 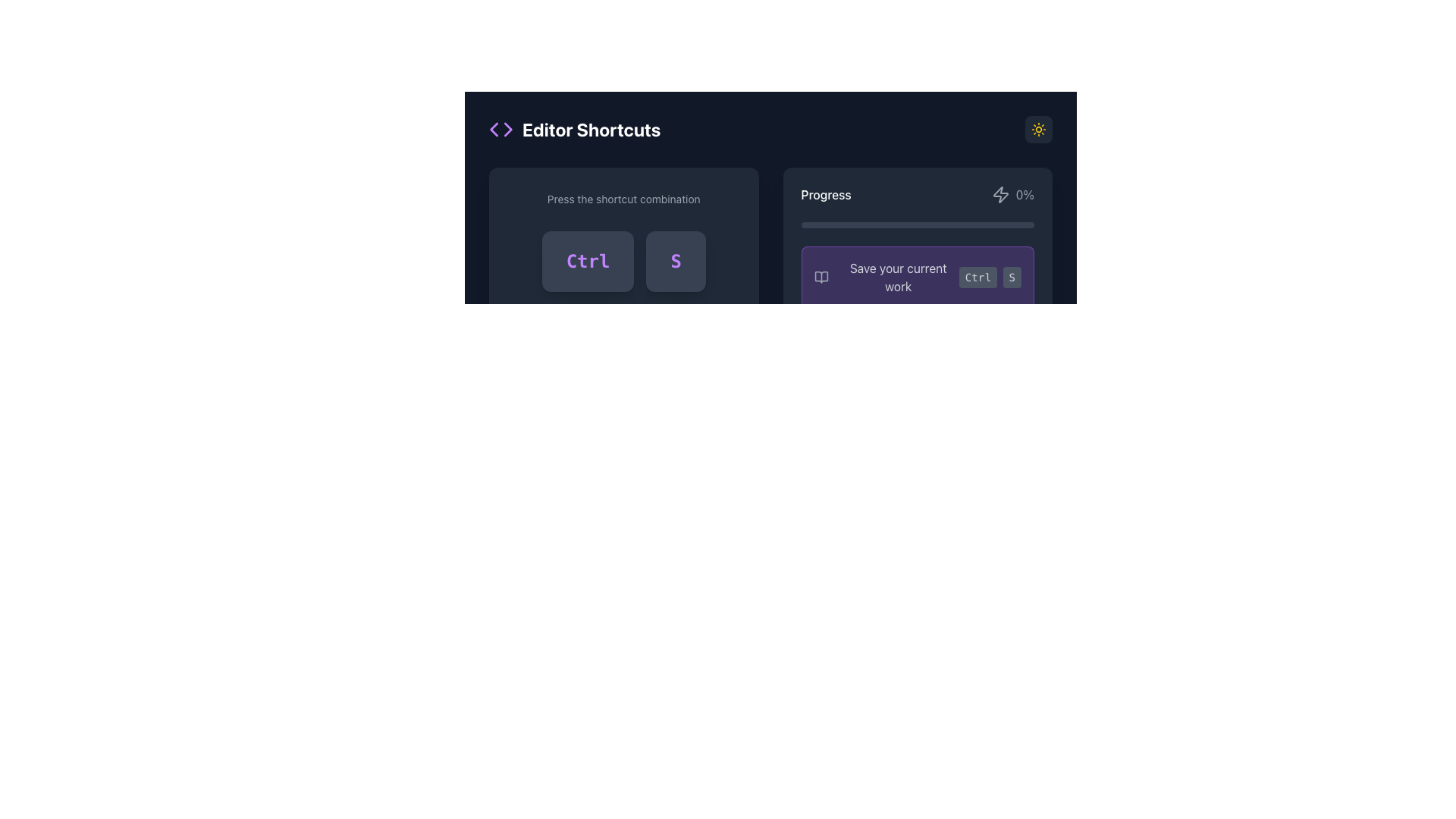 I want to click on the graphical SVG icon that visually represents the action 'Save your current work', located to the left of the associated text, so click(x=821, y=278).